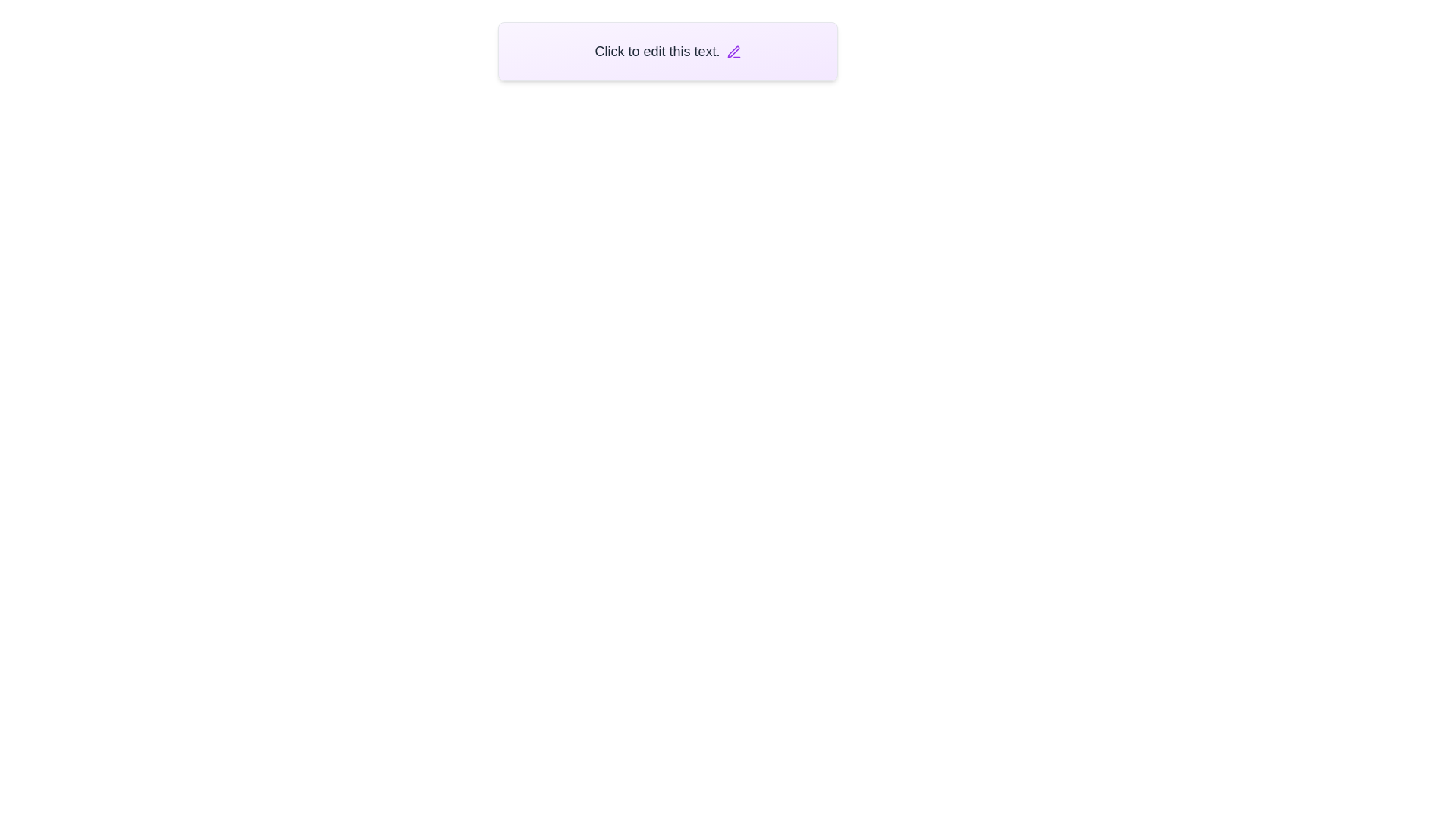 Image resolution: width=1456 pixels, height=819 pixels. Describe the element at coordinates (667, 51) in the screenshot. I see `the interactive text element with an edit functionality indicated by the pen icon to enter edit mode` at that location.